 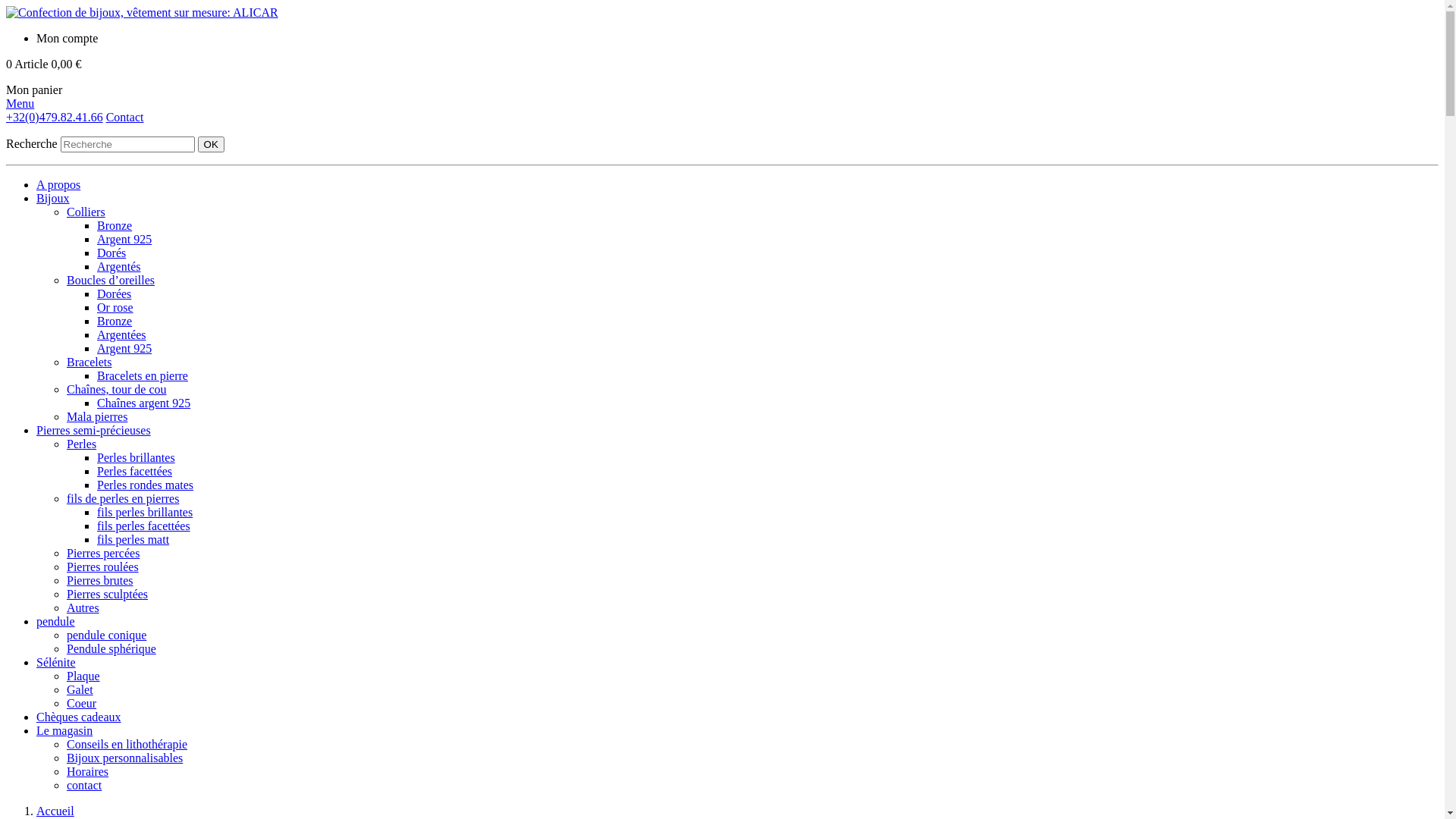 I want to click on 'A propos', so click(x=36, y=184).